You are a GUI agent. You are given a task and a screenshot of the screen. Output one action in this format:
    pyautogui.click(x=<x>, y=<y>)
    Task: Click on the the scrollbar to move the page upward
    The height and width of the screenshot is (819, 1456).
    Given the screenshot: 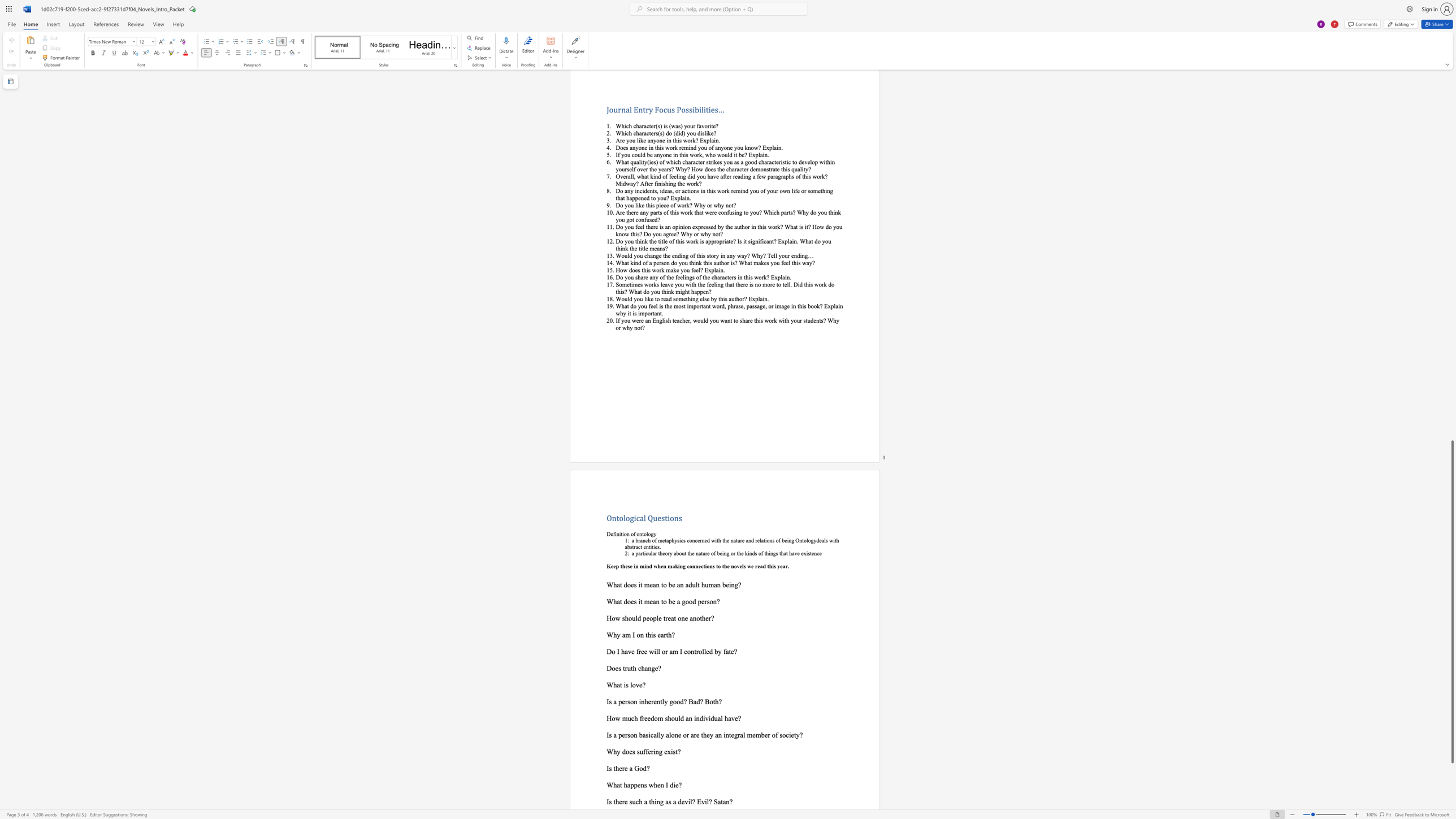 What is the action you would take?
    pyautogui.click(x=1451, y=409)
    